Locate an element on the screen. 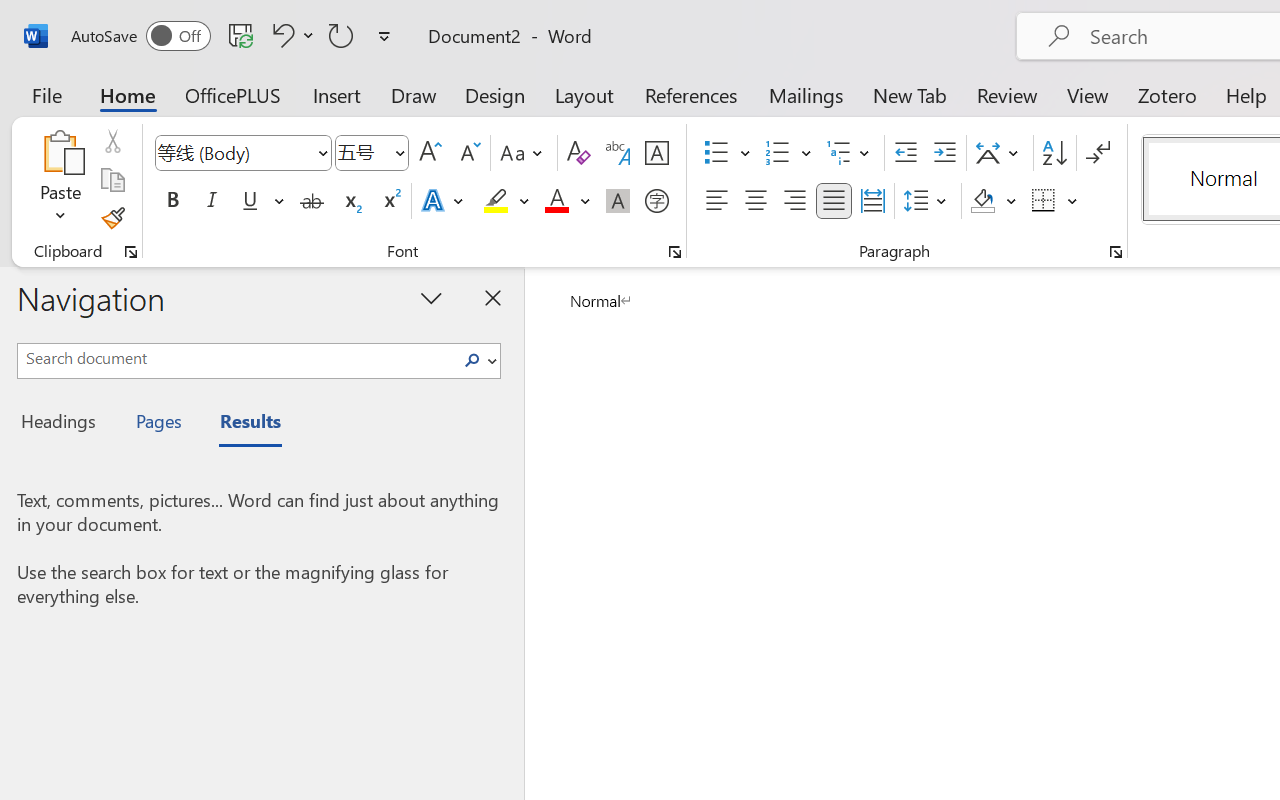 This screenshot has width=1280, height=800. 'Home' is located at coordinates (127, 94).